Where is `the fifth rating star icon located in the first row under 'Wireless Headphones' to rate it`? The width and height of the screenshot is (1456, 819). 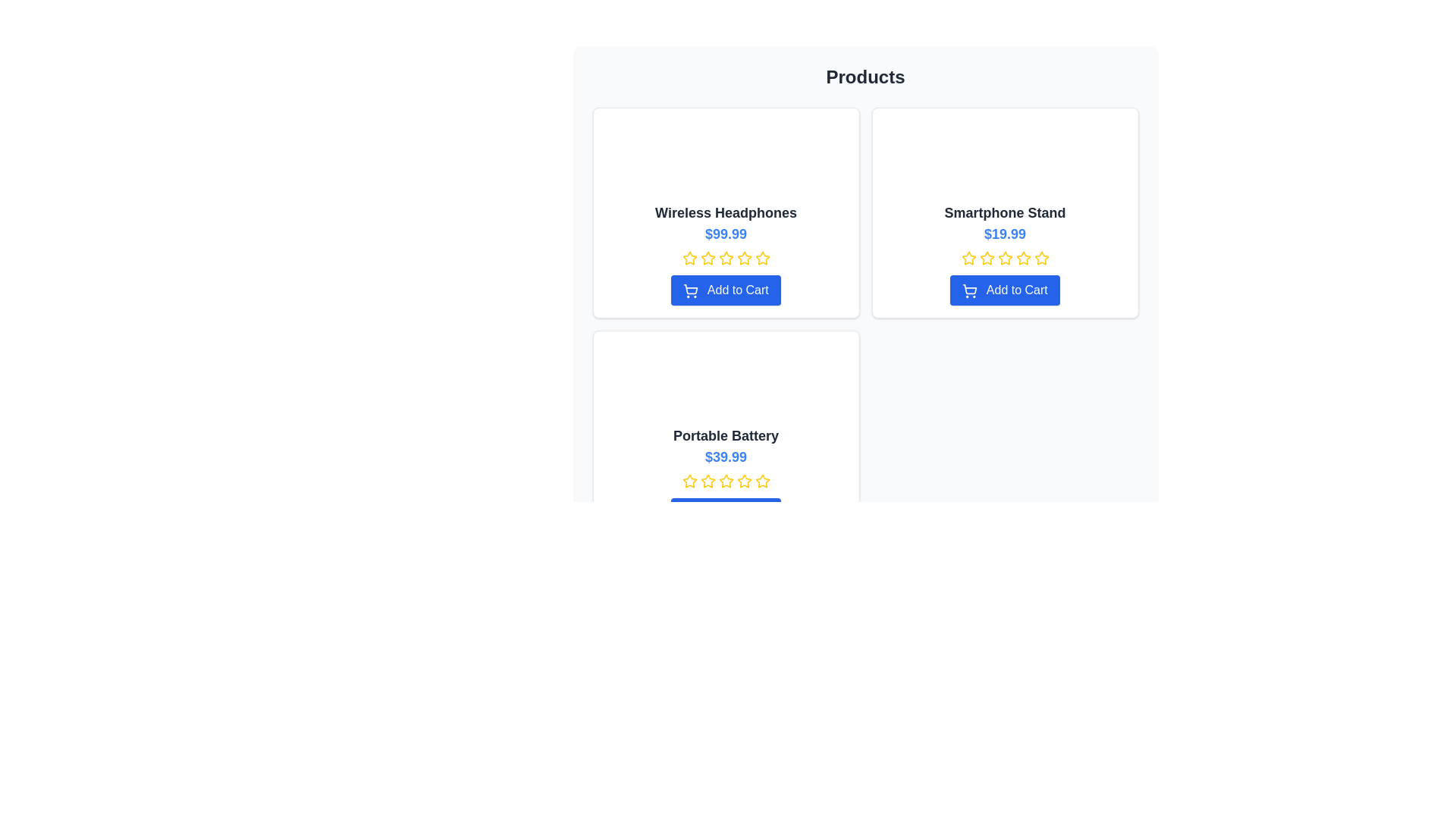 the fifth rating star icon located in the first row under 'Wireless Headphones' to rate it is located at coordinates (762, 257).